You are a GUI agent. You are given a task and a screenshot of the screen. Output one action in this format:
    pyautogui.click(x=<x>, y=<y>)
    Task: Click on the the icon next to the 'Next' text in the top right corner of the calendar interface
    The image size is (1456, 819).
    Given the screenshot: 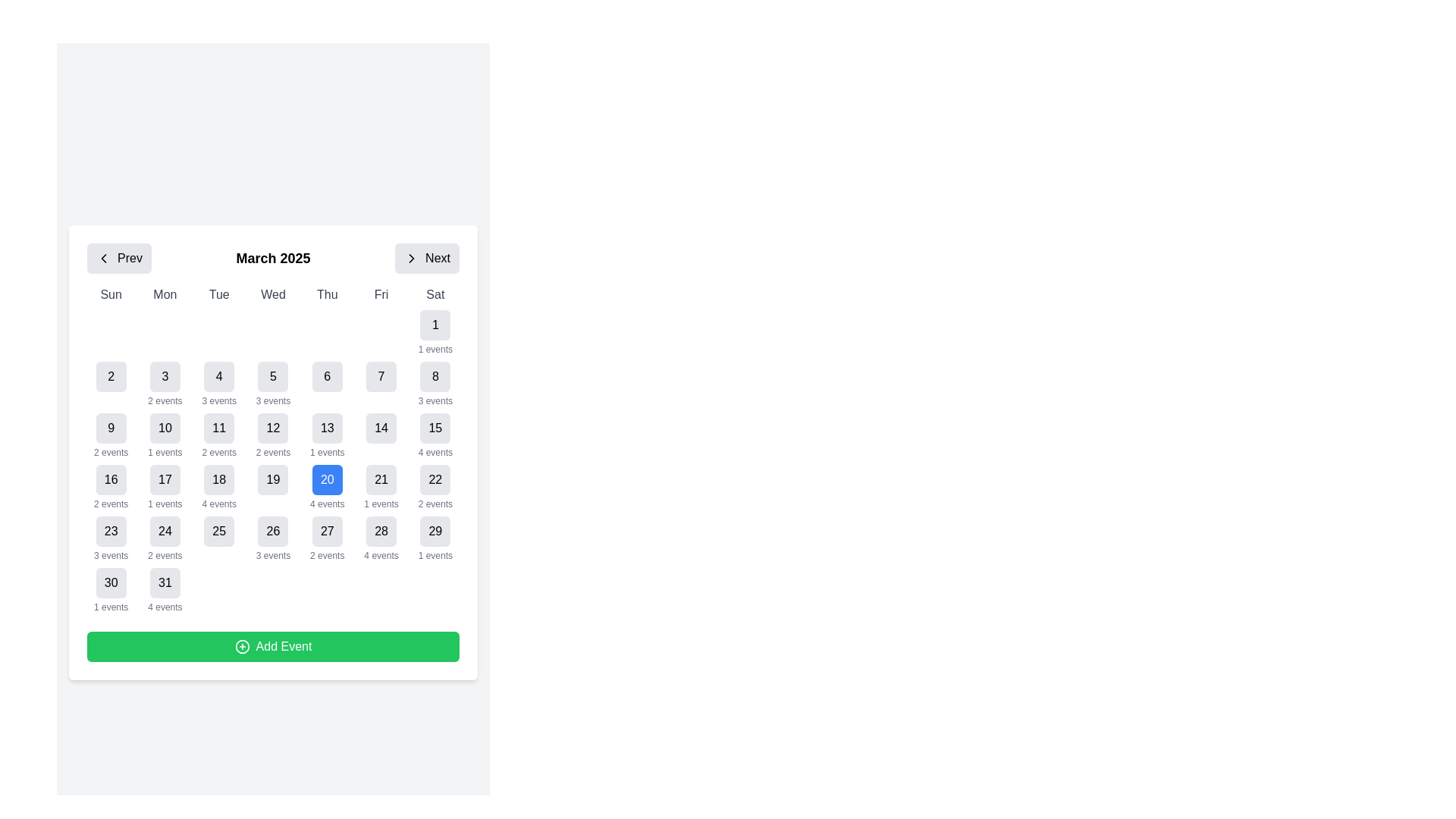 What is the action you would take?
    pyautogui.click(x=412, y=257)
    